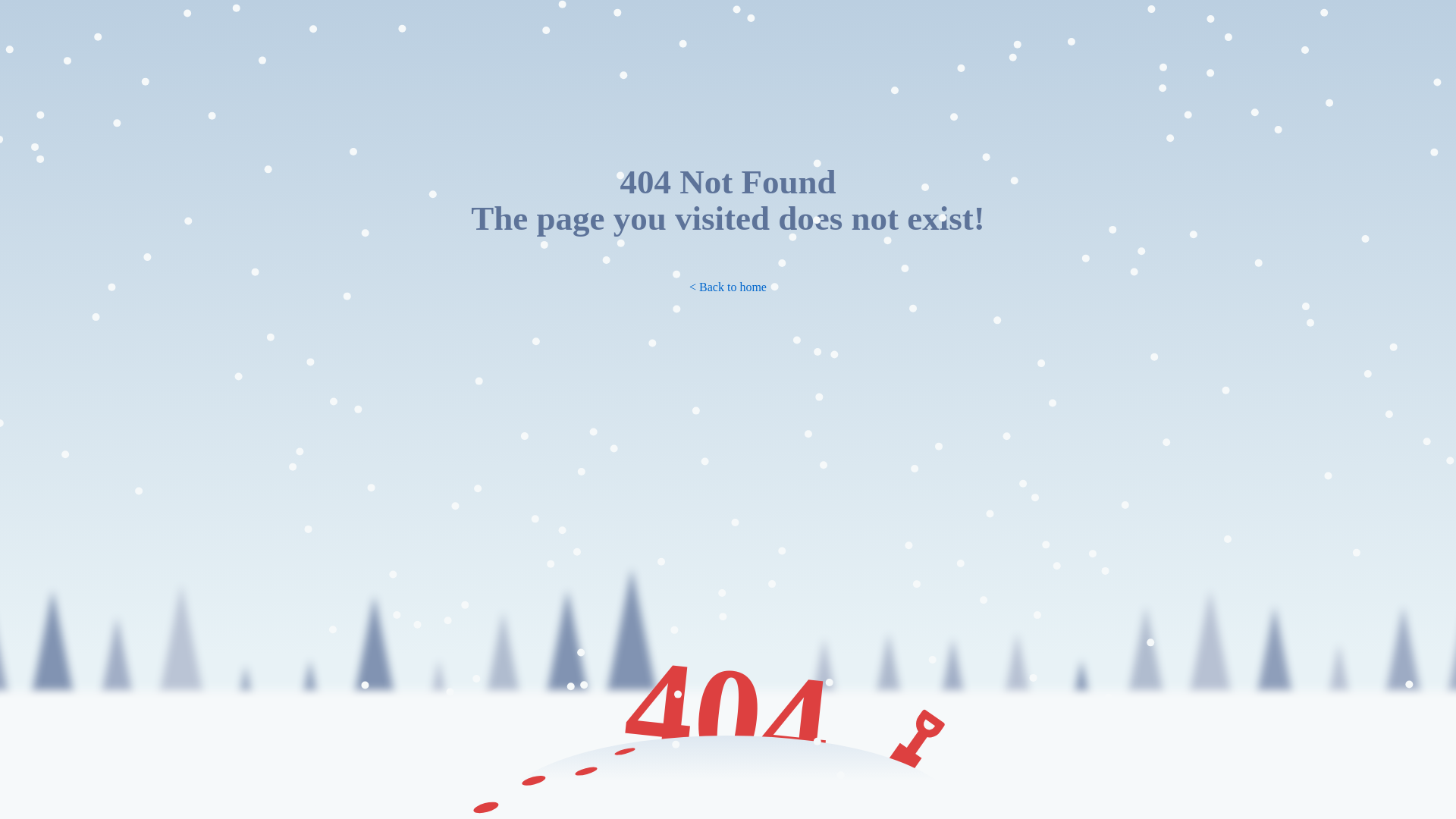 This screenshot has height=819, width=1456. Describe the element at coordinates (688, 287) in the screenshot. I see `'< Back to home'` at that location.